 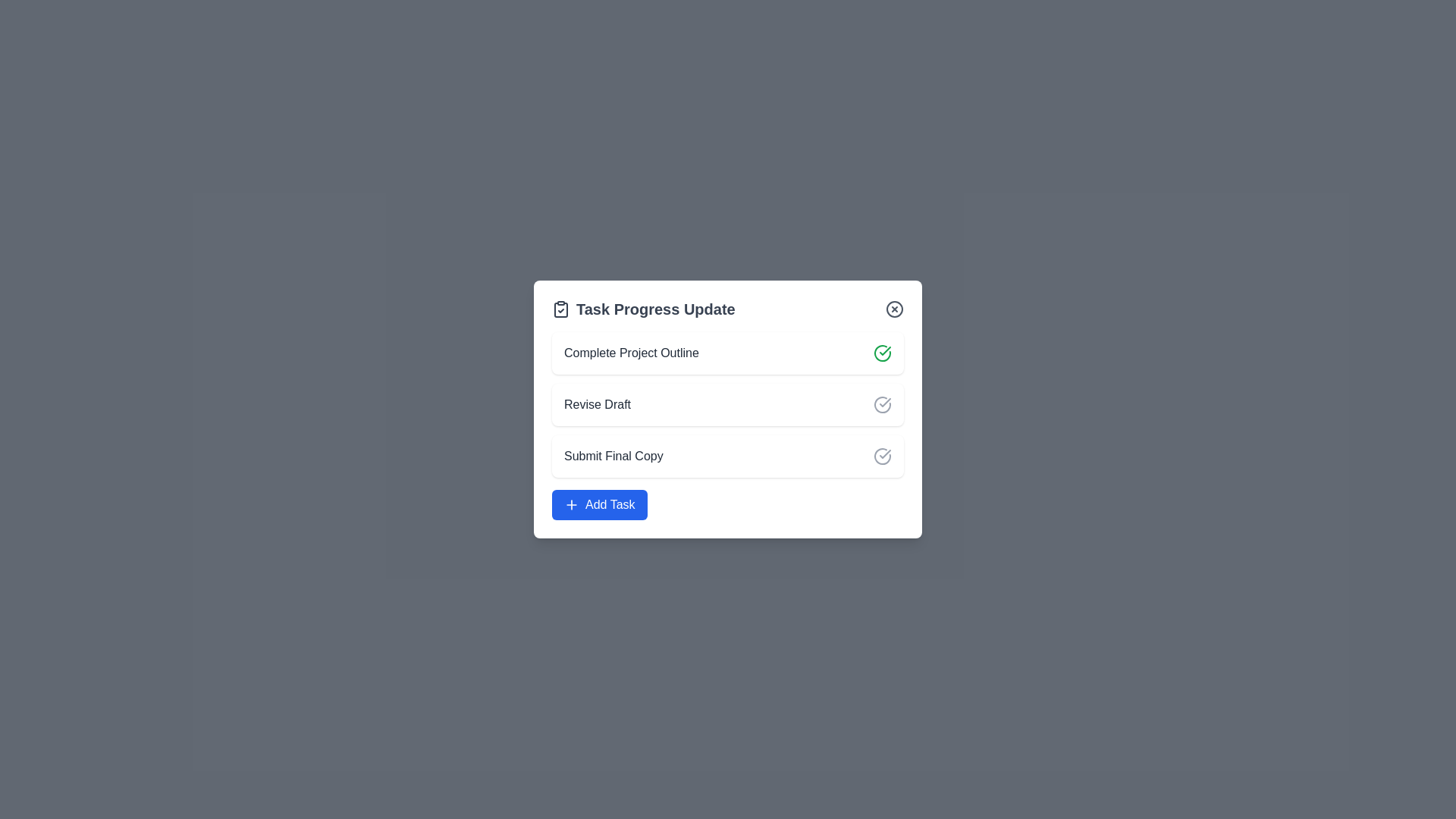 What do you see at coordinates (882, 403) in the screenshot?
I see `the completion status icon for the 'Revise Draft' task, which is located to the right of the textual label within the second list item of the task interface` at bounding box center [882, 403].